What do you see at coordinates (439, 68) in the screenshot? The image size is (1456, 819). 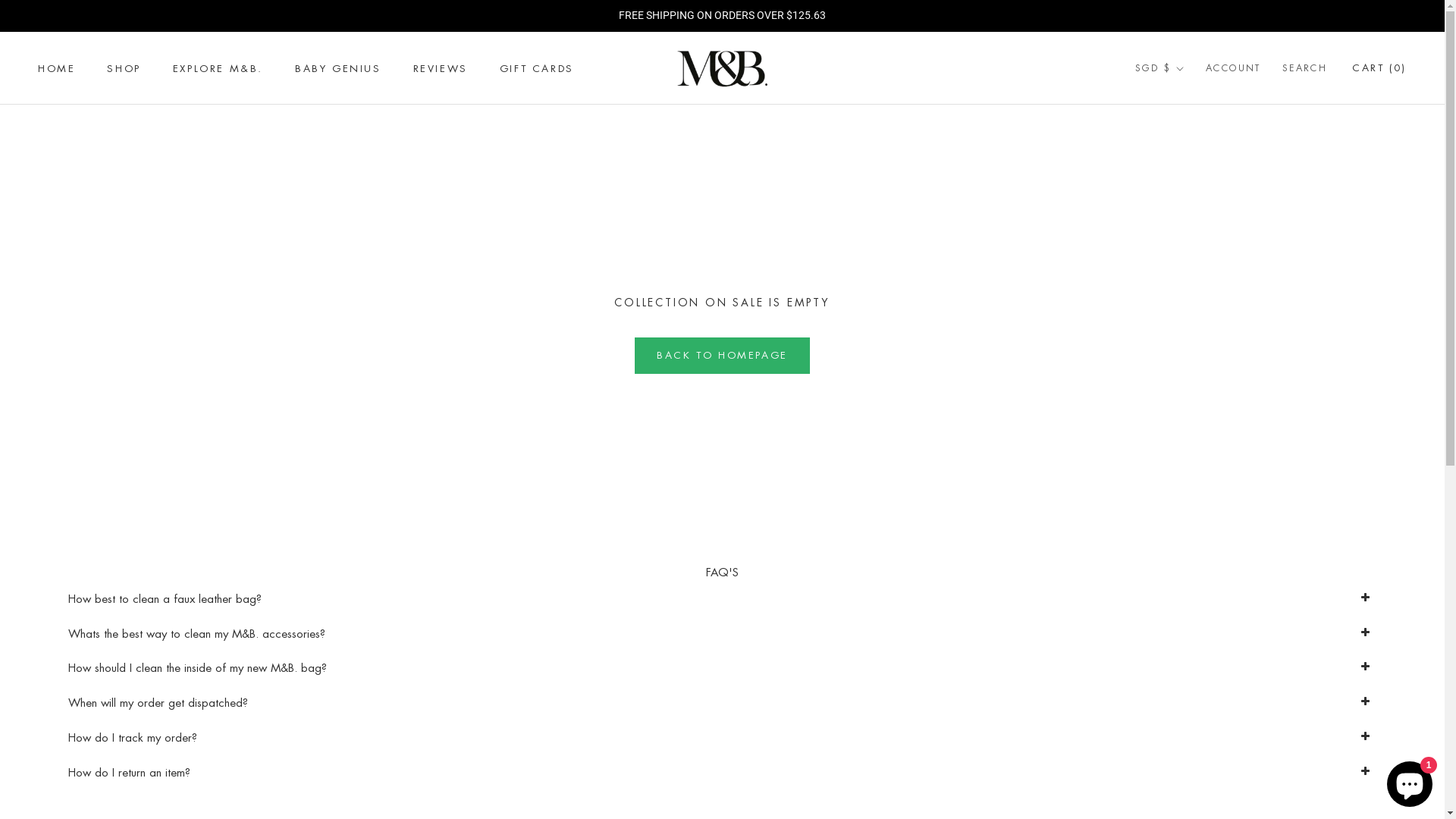 I see `'REVIEWS` at bounding box center [439, 68].